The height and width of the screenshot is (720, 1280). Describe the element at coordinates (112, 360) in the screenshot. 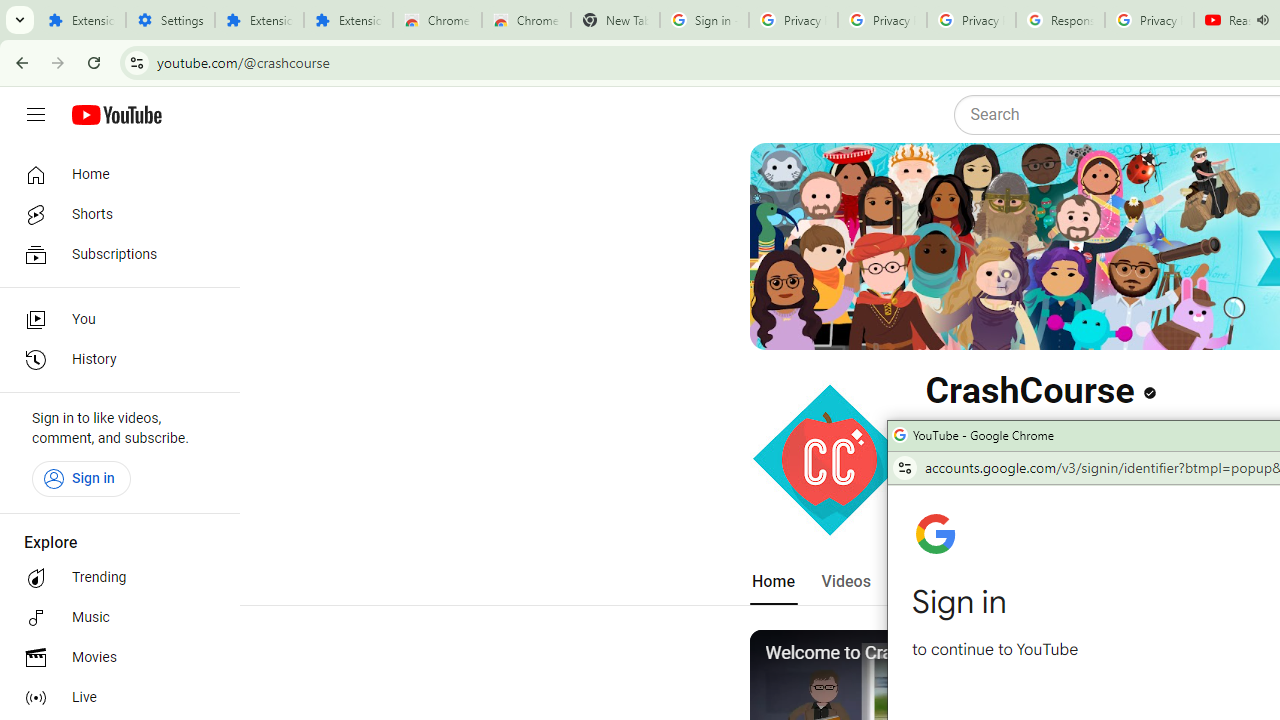

I see `'History'` at that location.